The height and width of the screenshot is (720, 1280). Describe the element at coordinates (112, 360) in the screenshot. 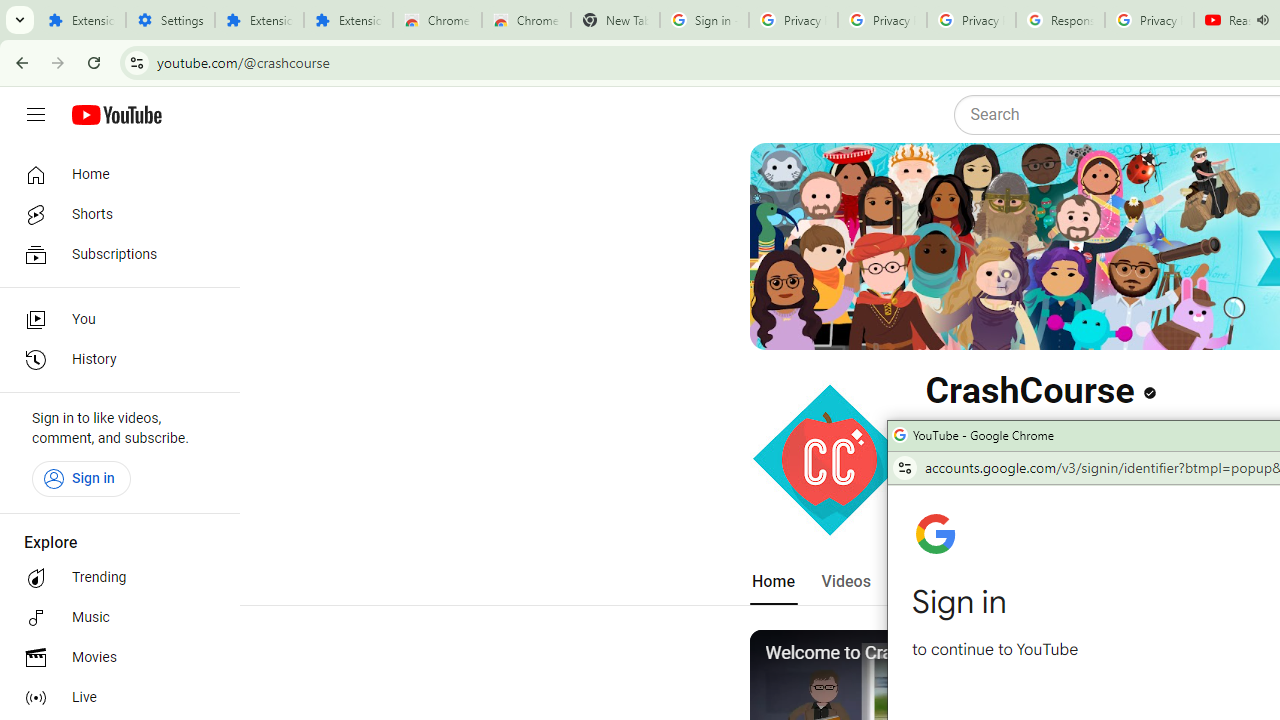

I see `'History'` at that location.